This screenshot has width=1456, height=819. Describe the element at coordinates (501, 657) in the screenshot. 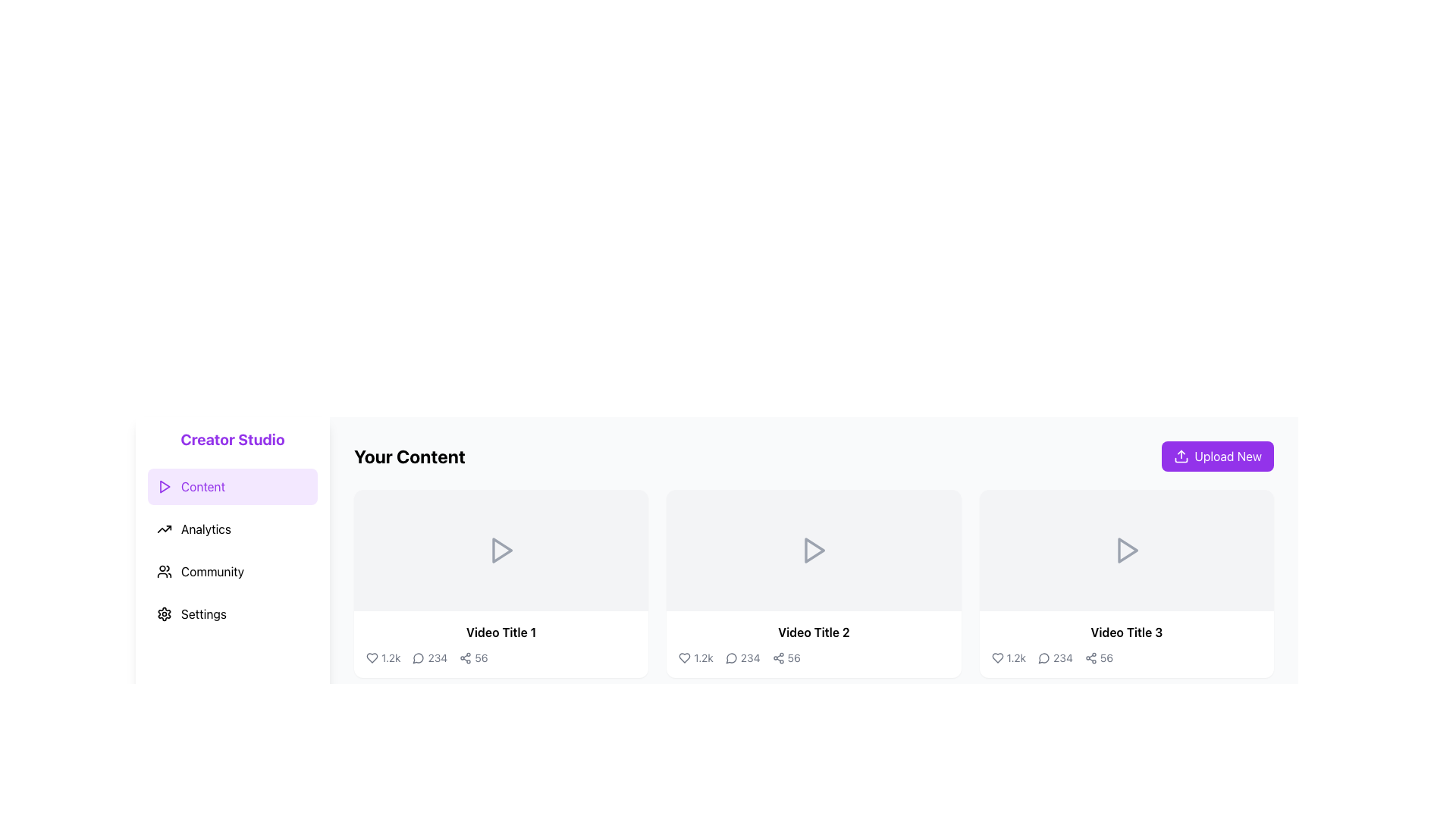

I see `Information display (metrics) element located below 'Video Title 1' to examine its content regarding likes, comments, and shares` at that location.